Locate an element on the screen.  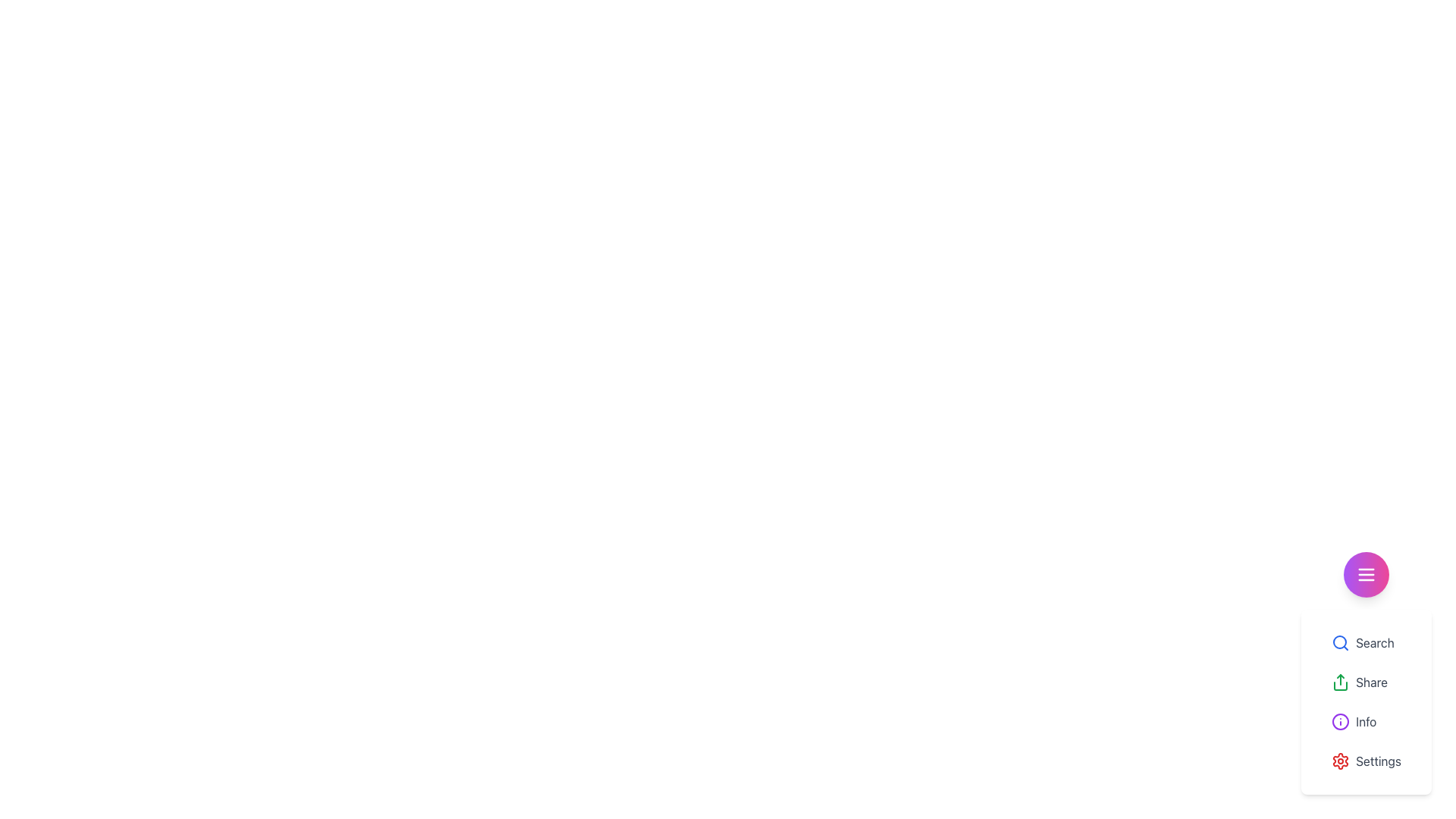
the SVG Circle that serves as the outermost component of an information icon located under the fourth item in a vertical menu is located at coordinates (1341, 721).